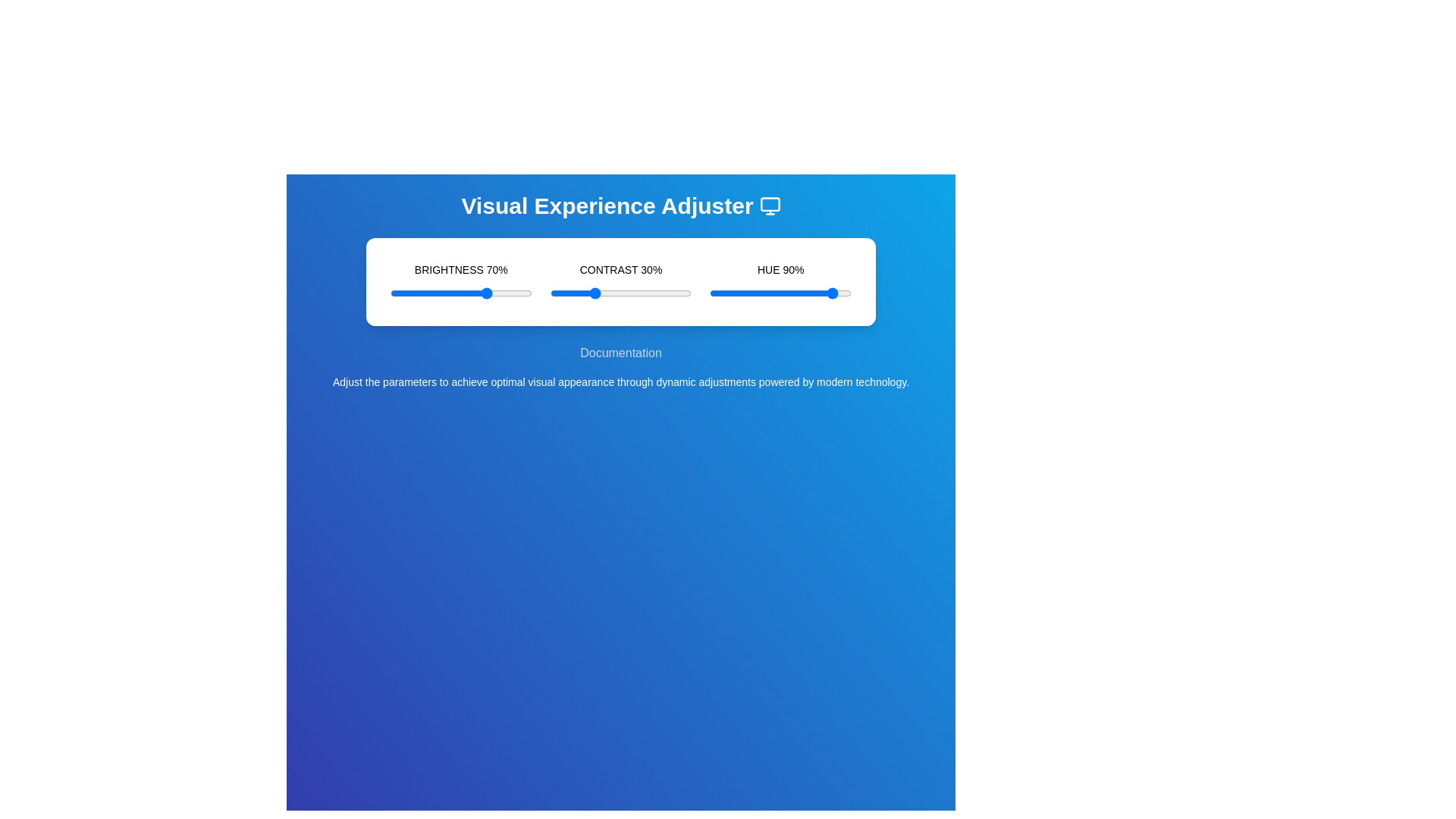 The image size is (1456, 819). What do you see at coordinates (621, 381) in the screenshot?
I see `the description text located below the sliders to understand the panel's purpose` at bounding box center [621, 381].